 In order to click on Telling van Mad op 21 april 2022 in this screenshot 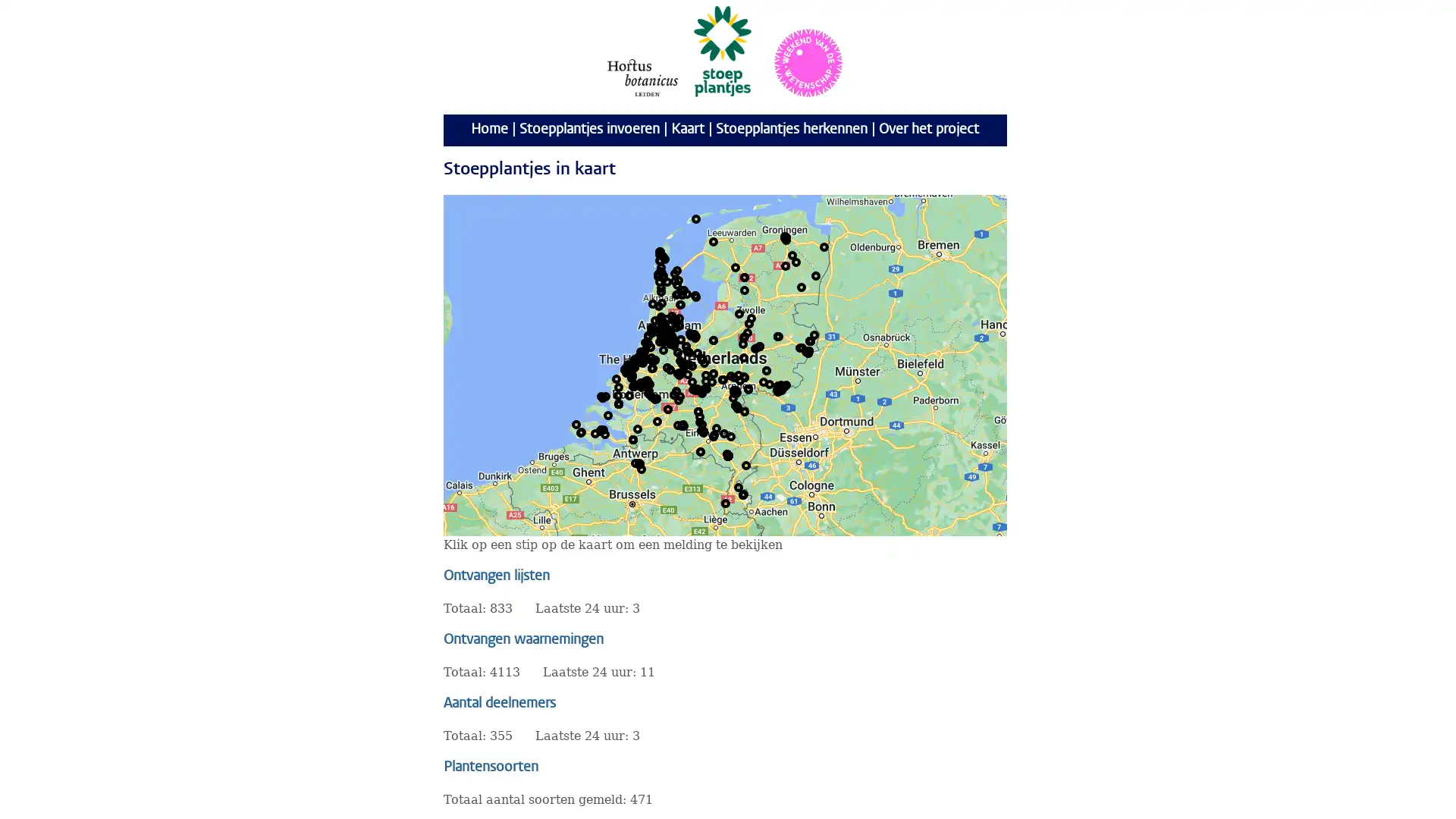, I will do `click(669, 333)`.